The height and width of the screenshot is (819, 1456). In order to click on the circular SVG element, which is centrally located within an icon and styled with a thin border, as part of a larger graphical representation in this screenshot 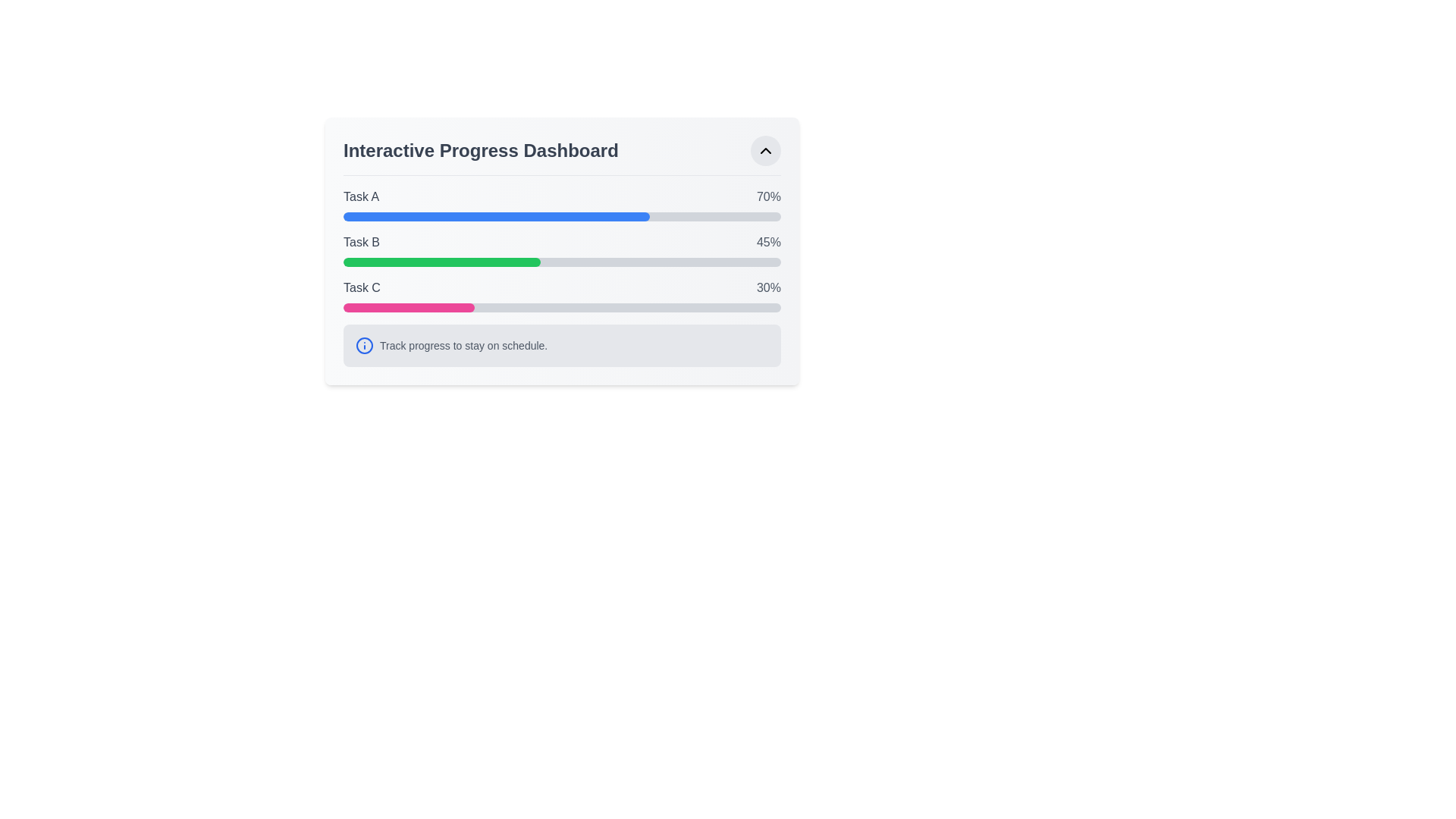, I will do `click(364, 345)`.